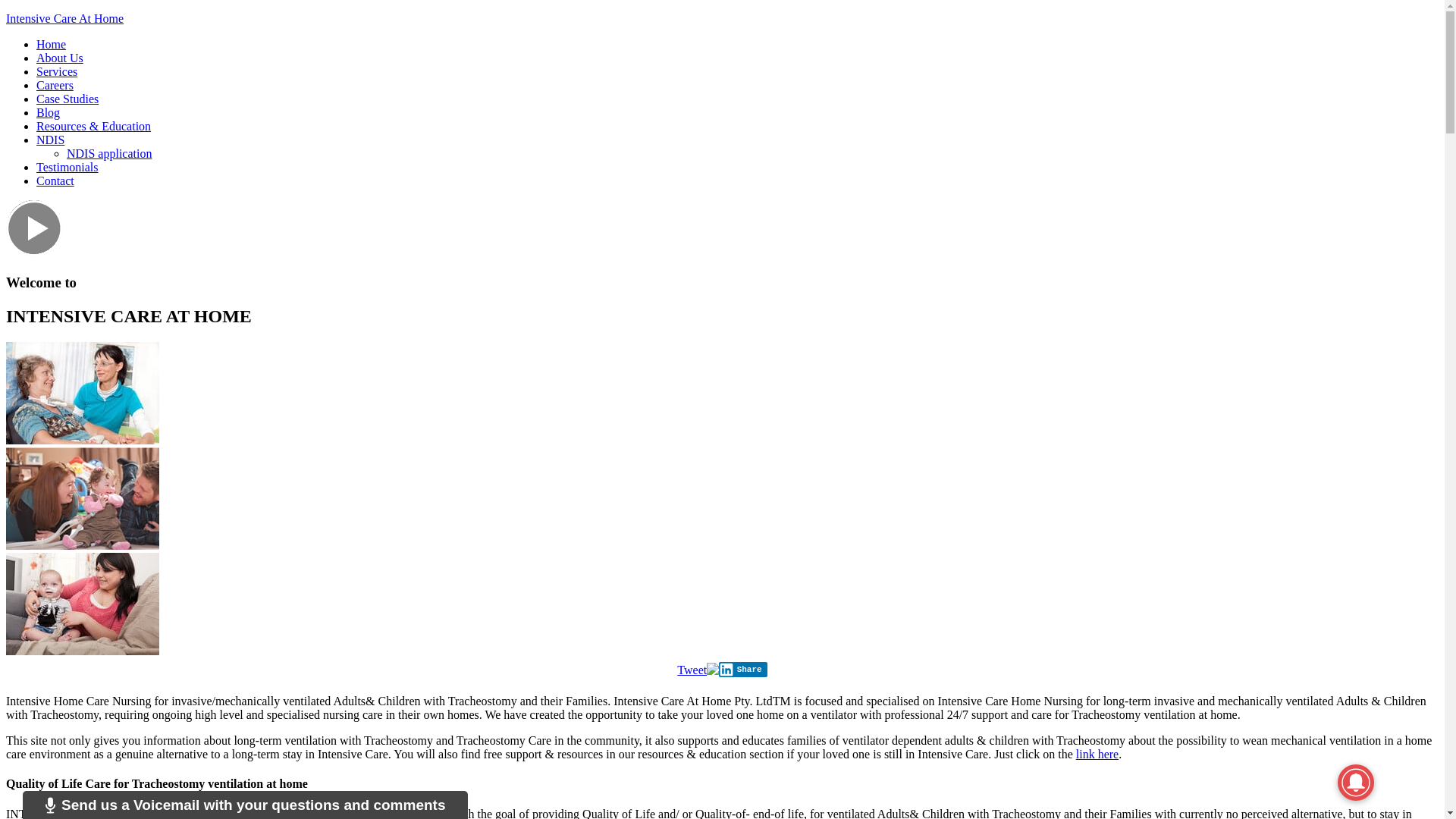 The height and width of the screenshot is (819, 1456). What do you see at coordinates (50, 140) in the screenshot?
I see `'NDIS'` at bounding box center [50, 140].